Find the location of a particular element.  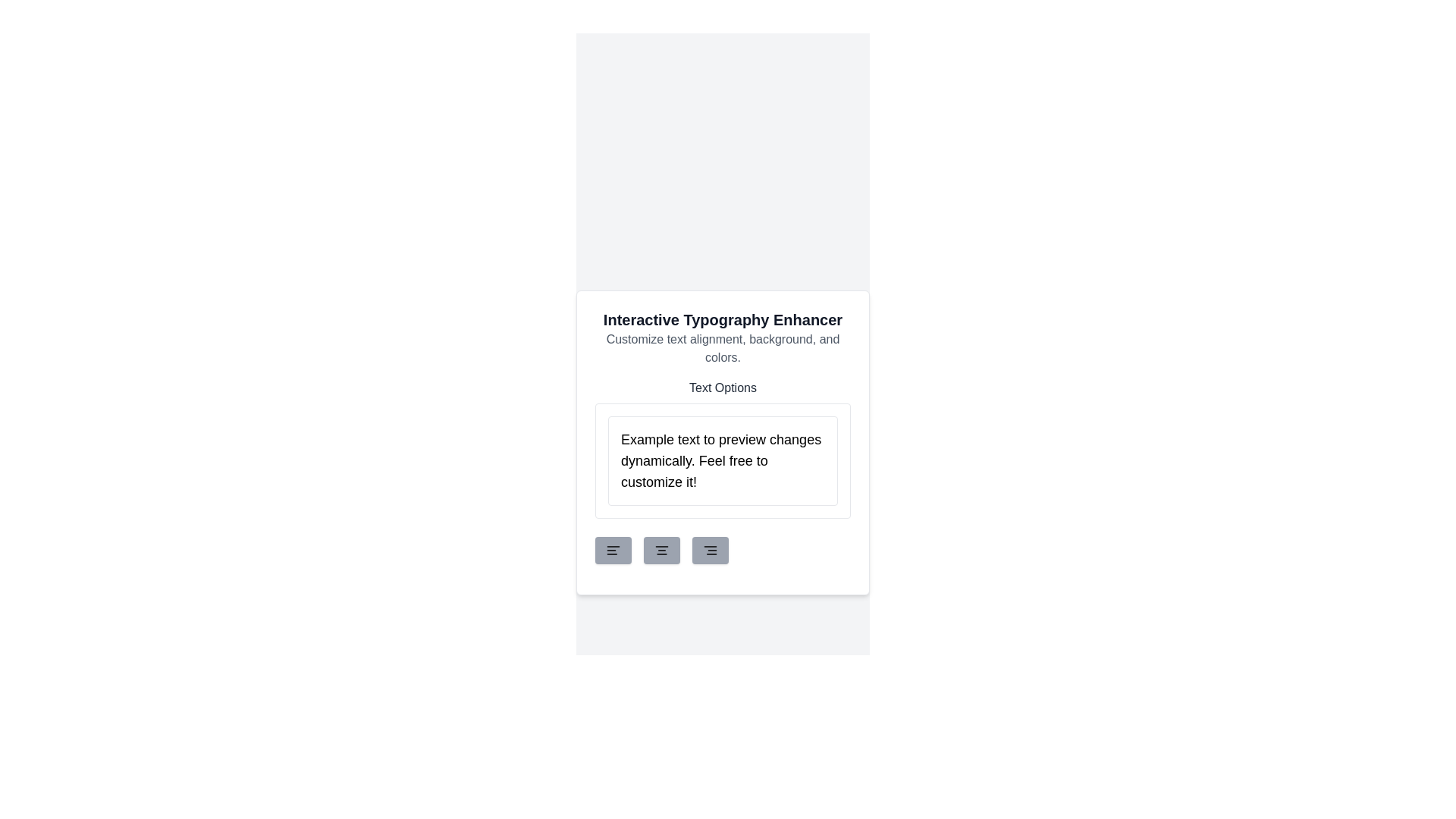

the static text block that displays preview text, located below the 'Text Options' heading in the central region of the interface is located at coordinates (722, 460).